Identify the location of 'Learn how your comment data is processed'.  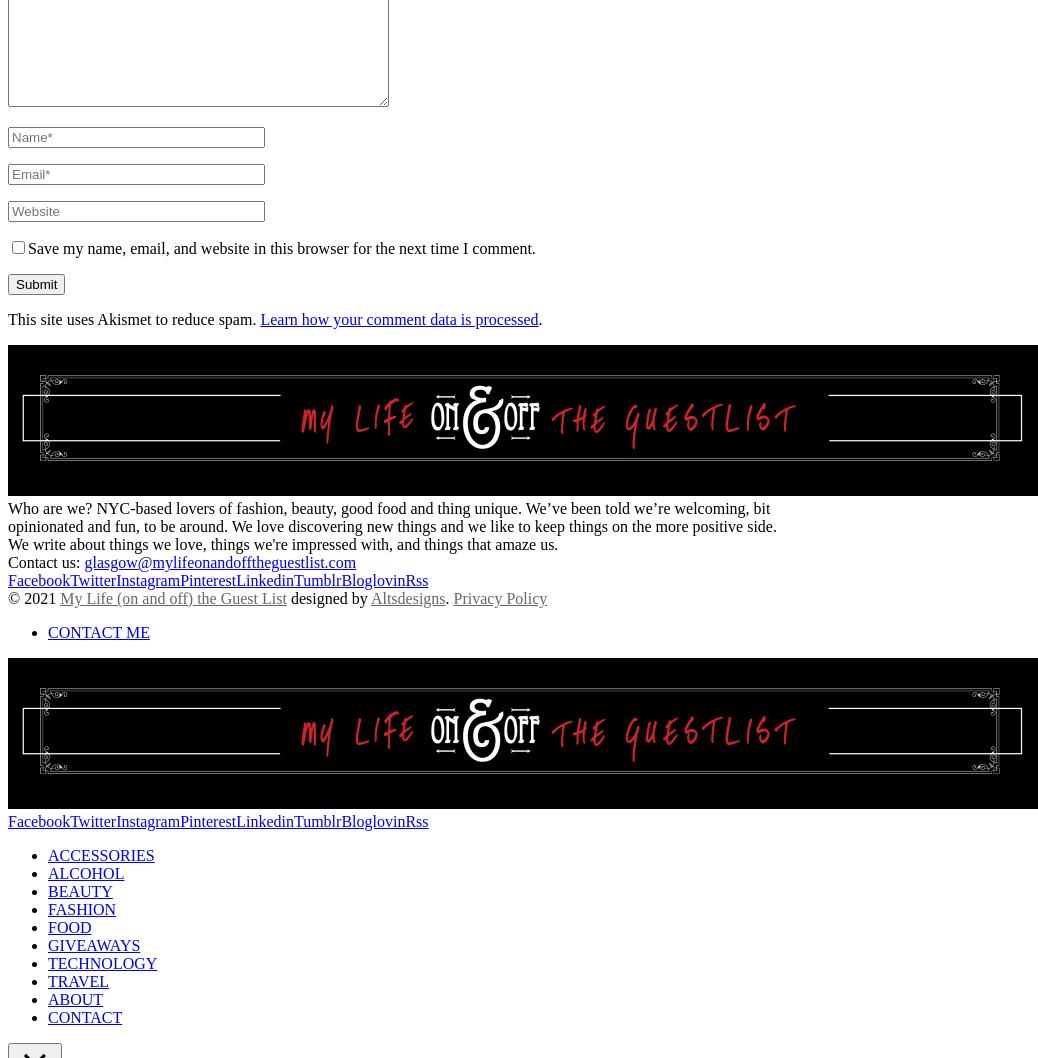
(399, 317).